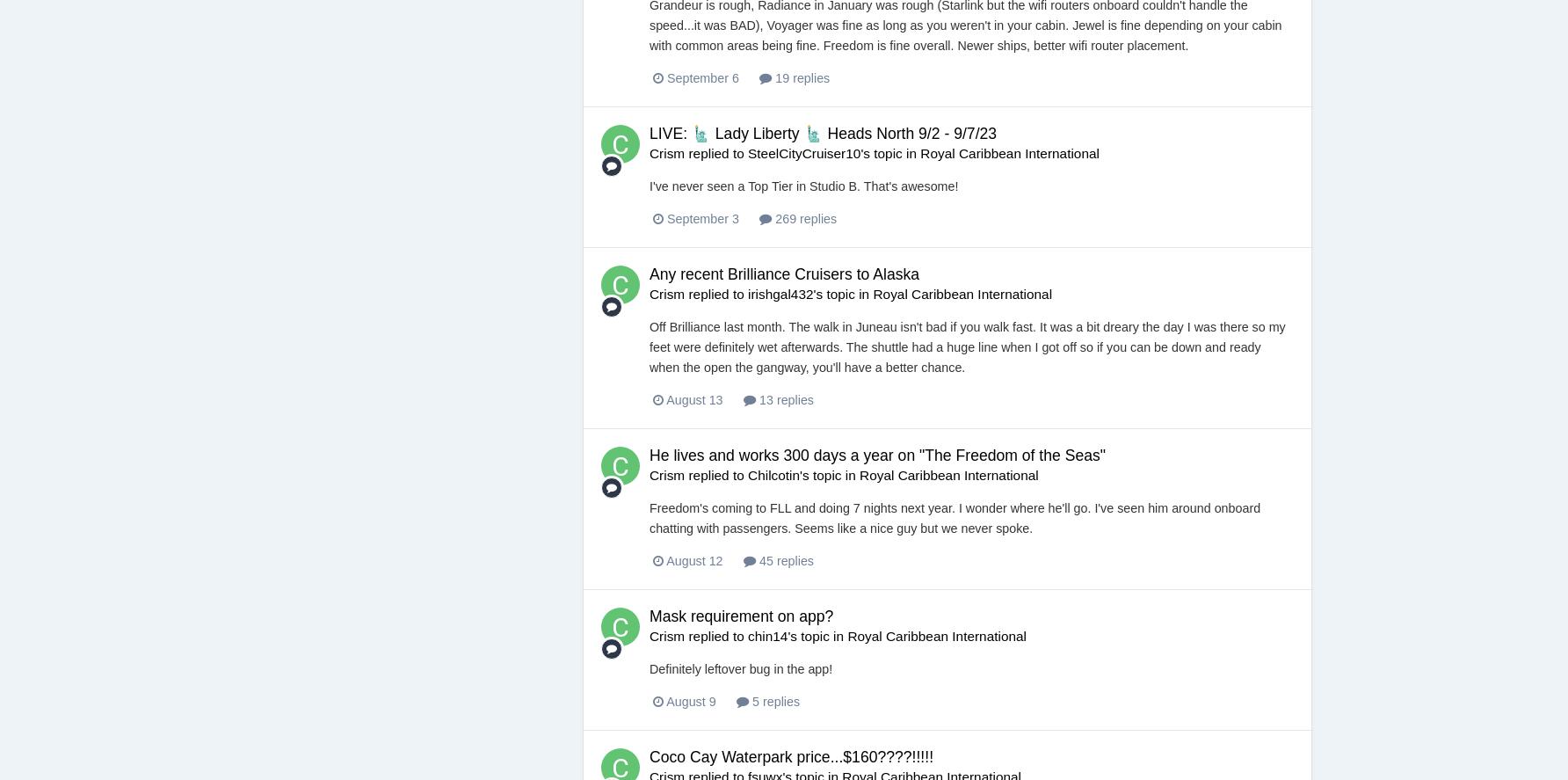 The image size is (1568, 780). Describe the element at coordinates (804, 217) in the screenshot. I see `'269 replies'` at that location.